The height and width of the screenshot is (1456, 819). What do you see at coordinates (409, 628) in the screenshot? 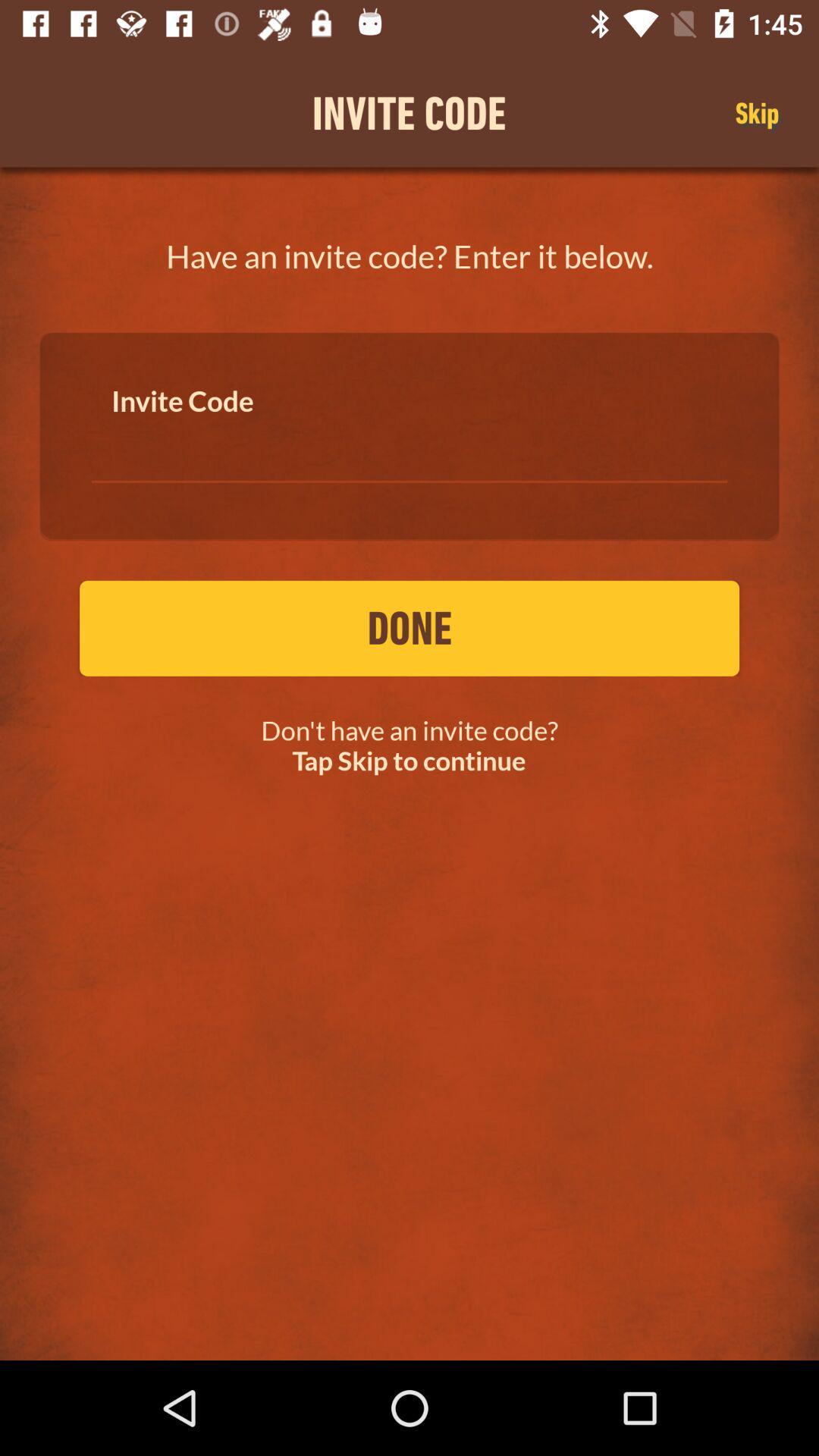
I see `the done item` at bounding box center [409, 628].